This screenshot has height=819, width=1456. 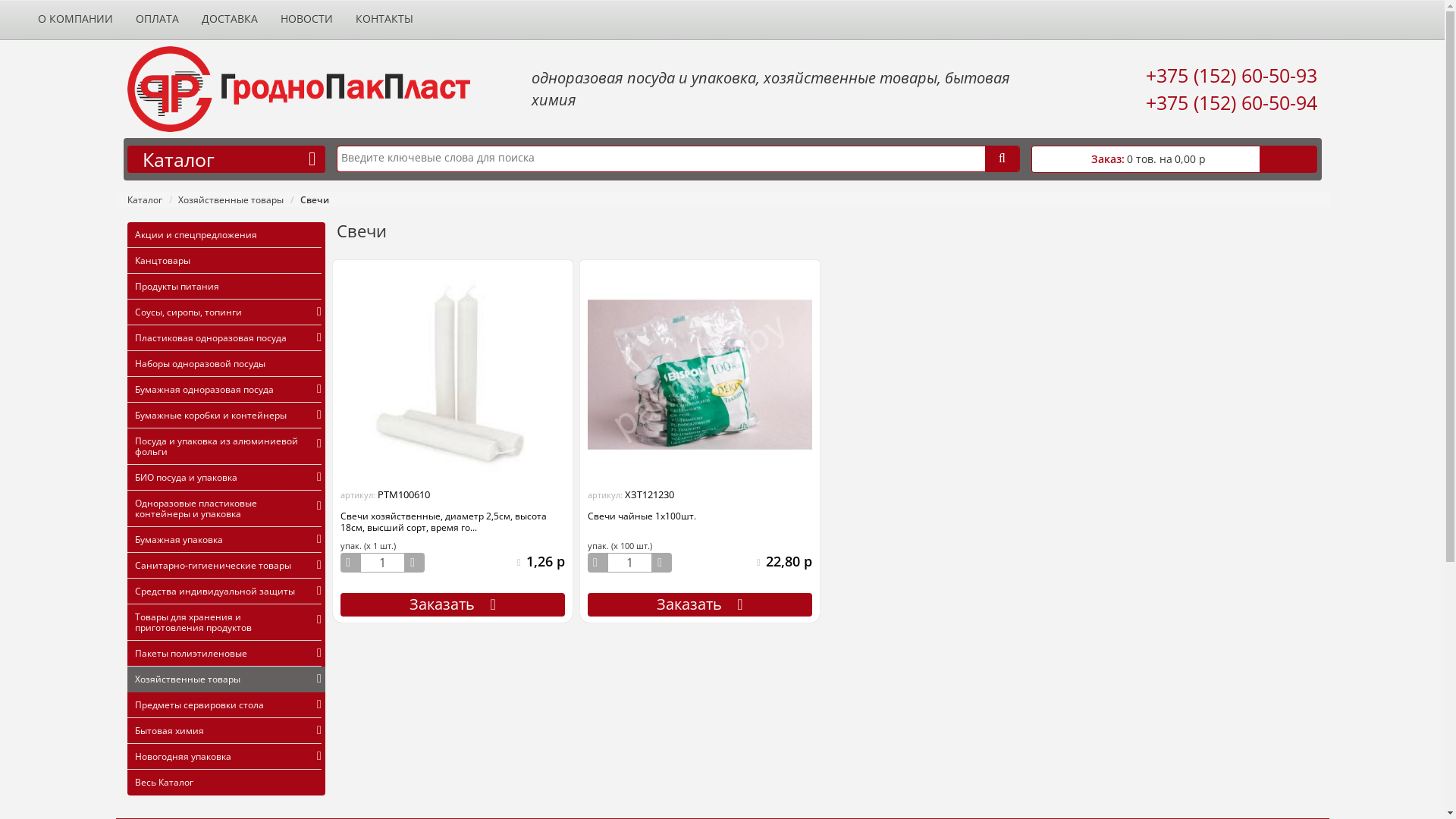 I want to click on '-', so click(x=349, y=562).